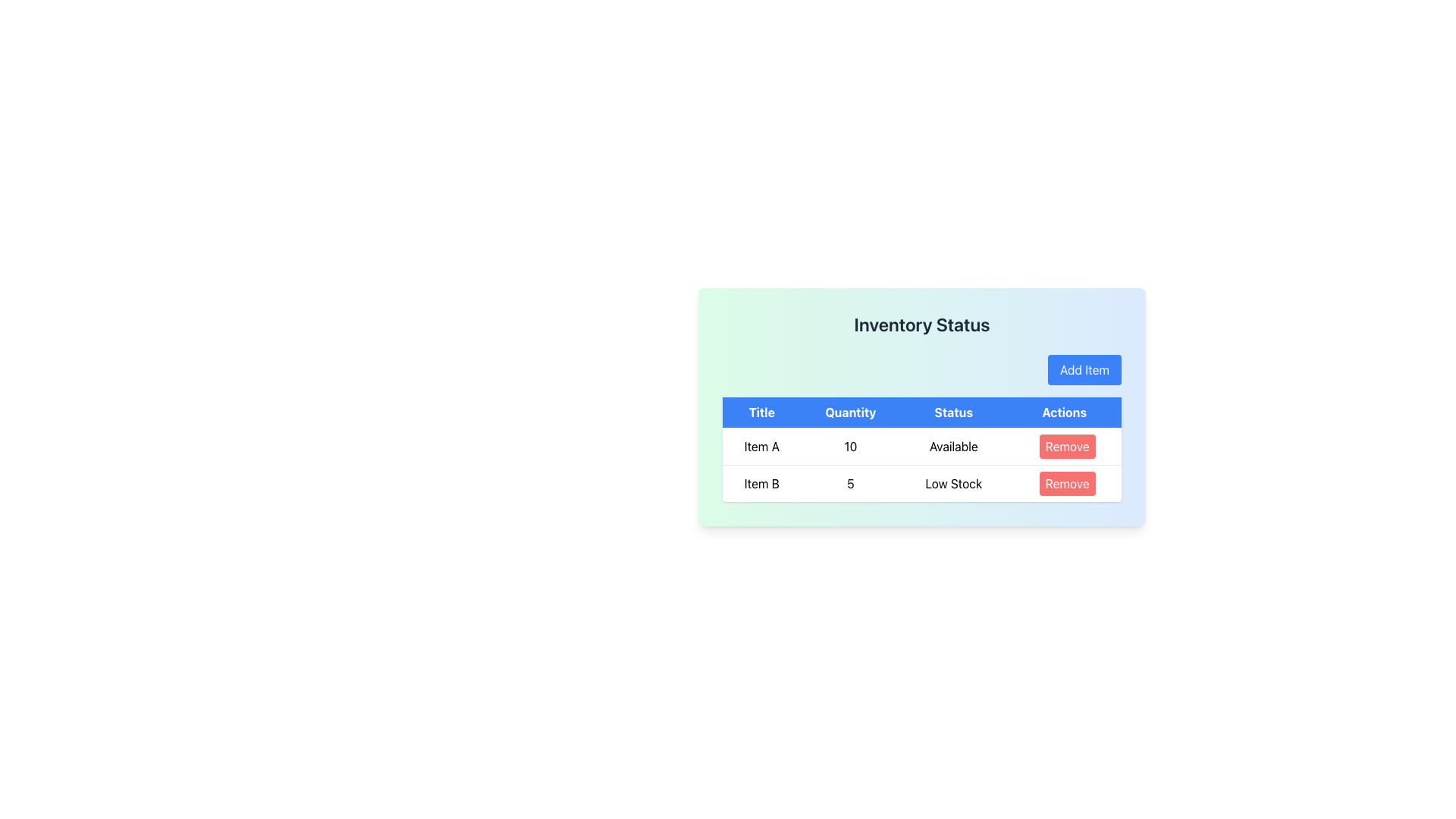  Describe the element at coordinates (952, 446) in the screenshot. I see `text label that says 'Available' located in the 'Status' column of the first row in the table under 'Inventory Status'` at that location.